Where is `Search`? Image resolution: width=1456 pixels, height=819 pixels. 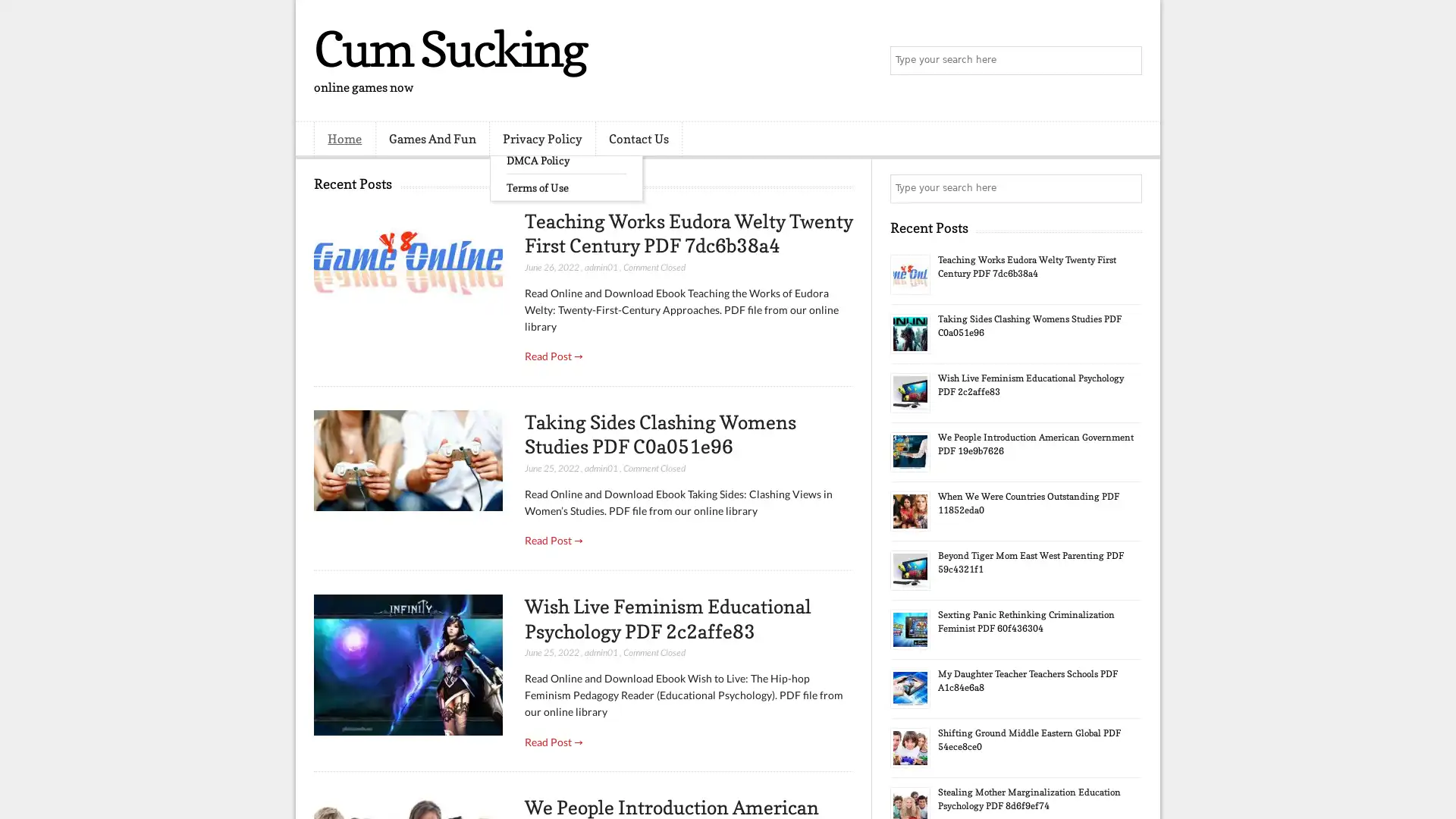 Search is located at coordinates (1126, 61).